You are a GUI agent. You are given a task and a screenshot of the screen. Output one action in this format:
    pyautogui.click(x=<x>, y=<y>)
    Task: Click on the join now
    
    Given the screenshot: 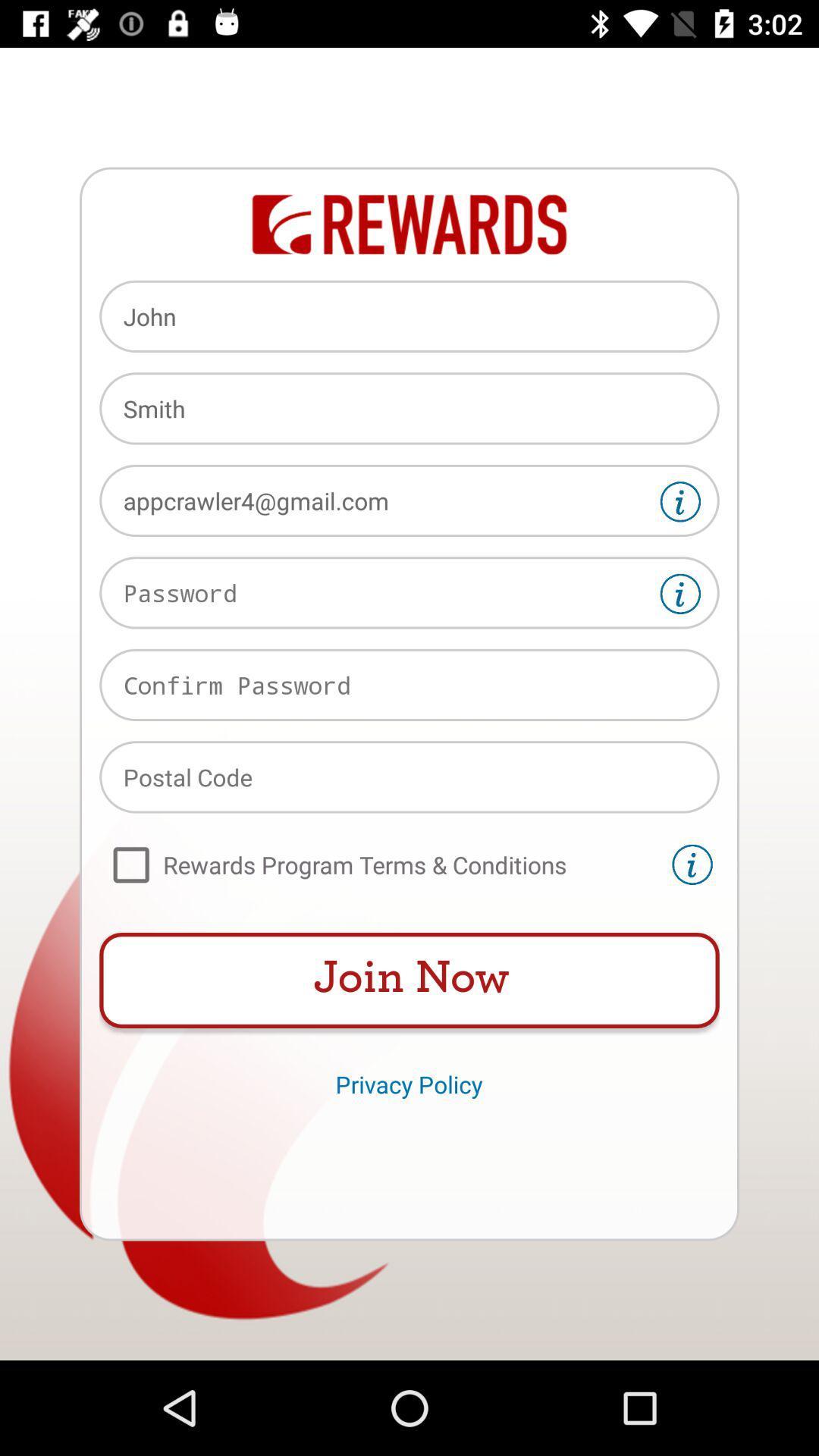 What is the action you would take?
    pyautogui.click(x=409, y=980)
    